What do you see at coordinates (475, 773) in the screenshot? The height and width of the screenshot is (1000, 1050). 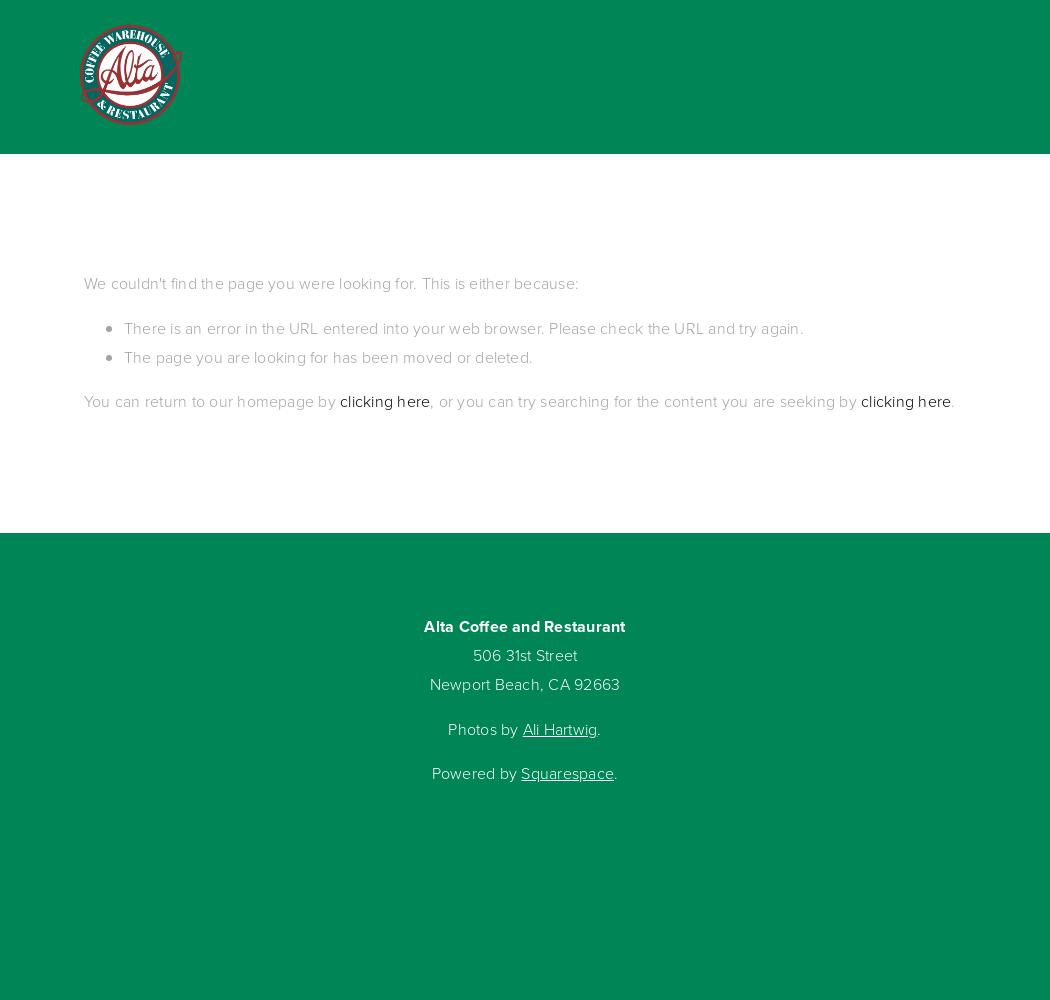 I see `'Powered by'` at bounding box center [475, 773].